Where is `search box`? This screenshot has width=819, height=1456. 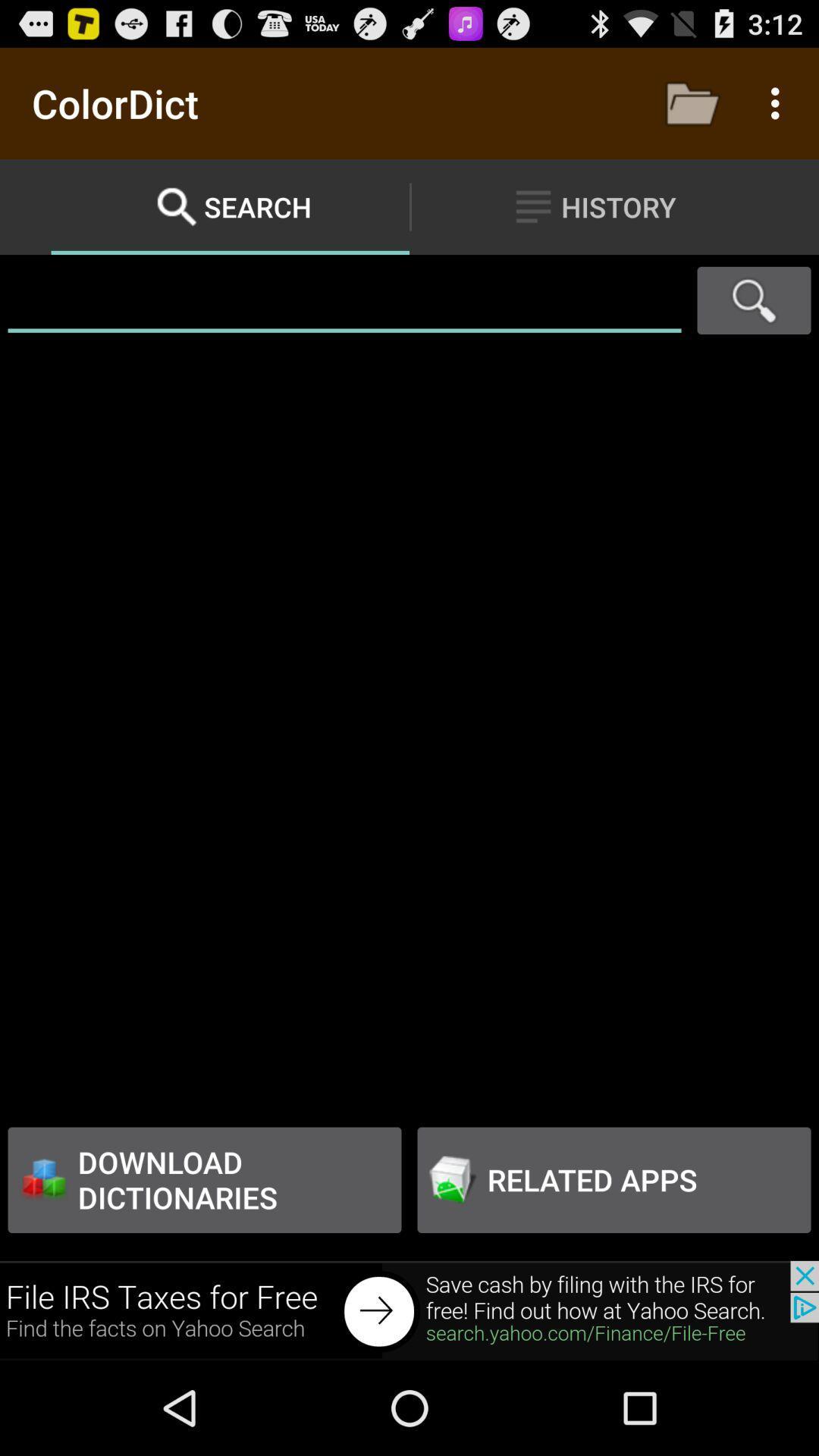 search box is located at coordinates (344, 300).